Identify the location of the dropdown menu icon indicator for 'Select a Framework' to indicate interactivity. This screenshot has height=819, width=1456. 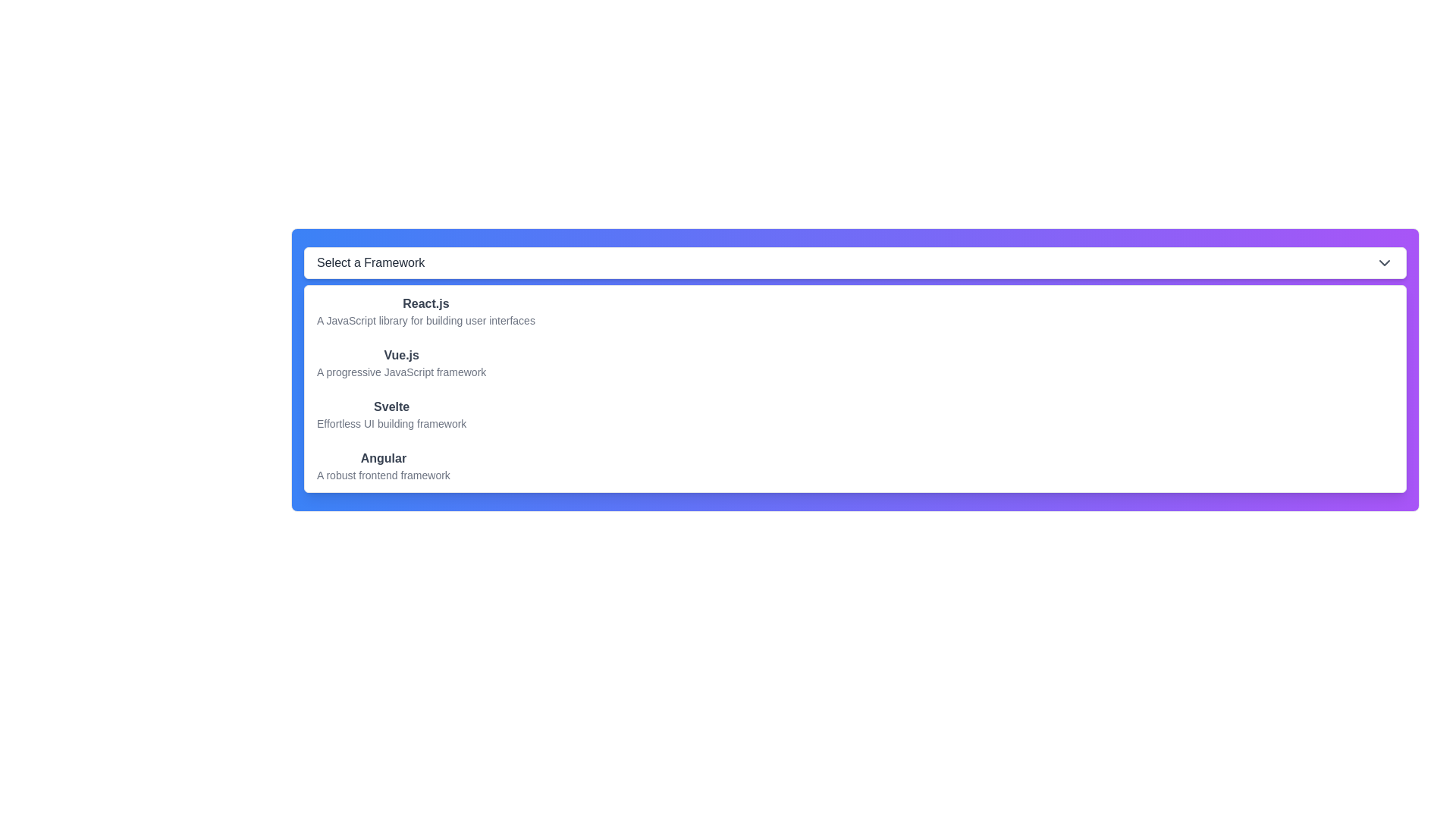
(1384, 262).